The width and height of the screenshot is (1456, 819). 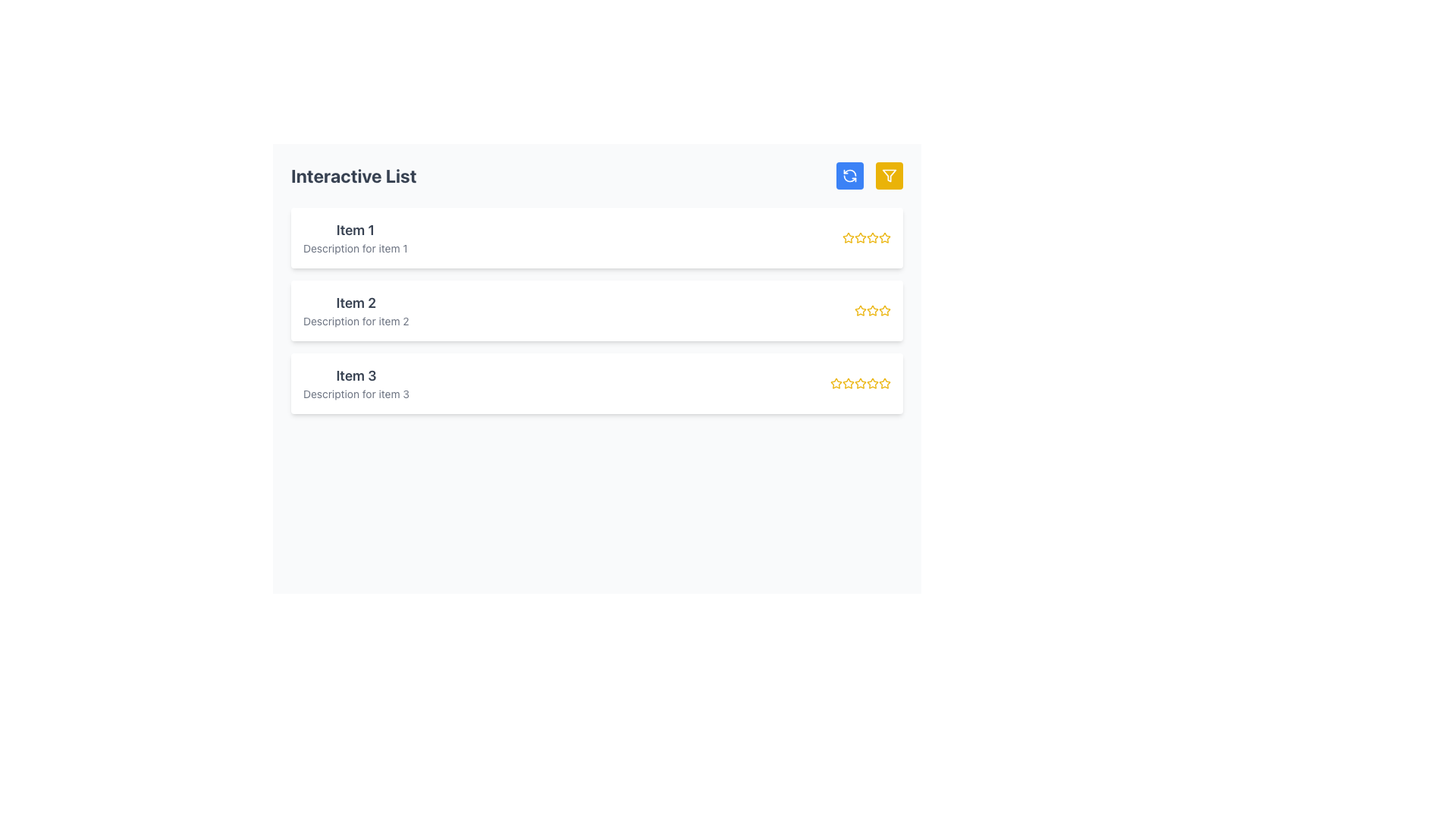 What do you see at coordinates (872, 237) in the screenshot?
I see `the third yellow star icon to rate 'Item 1' in the interactive list` at bounding box center [872, 237].